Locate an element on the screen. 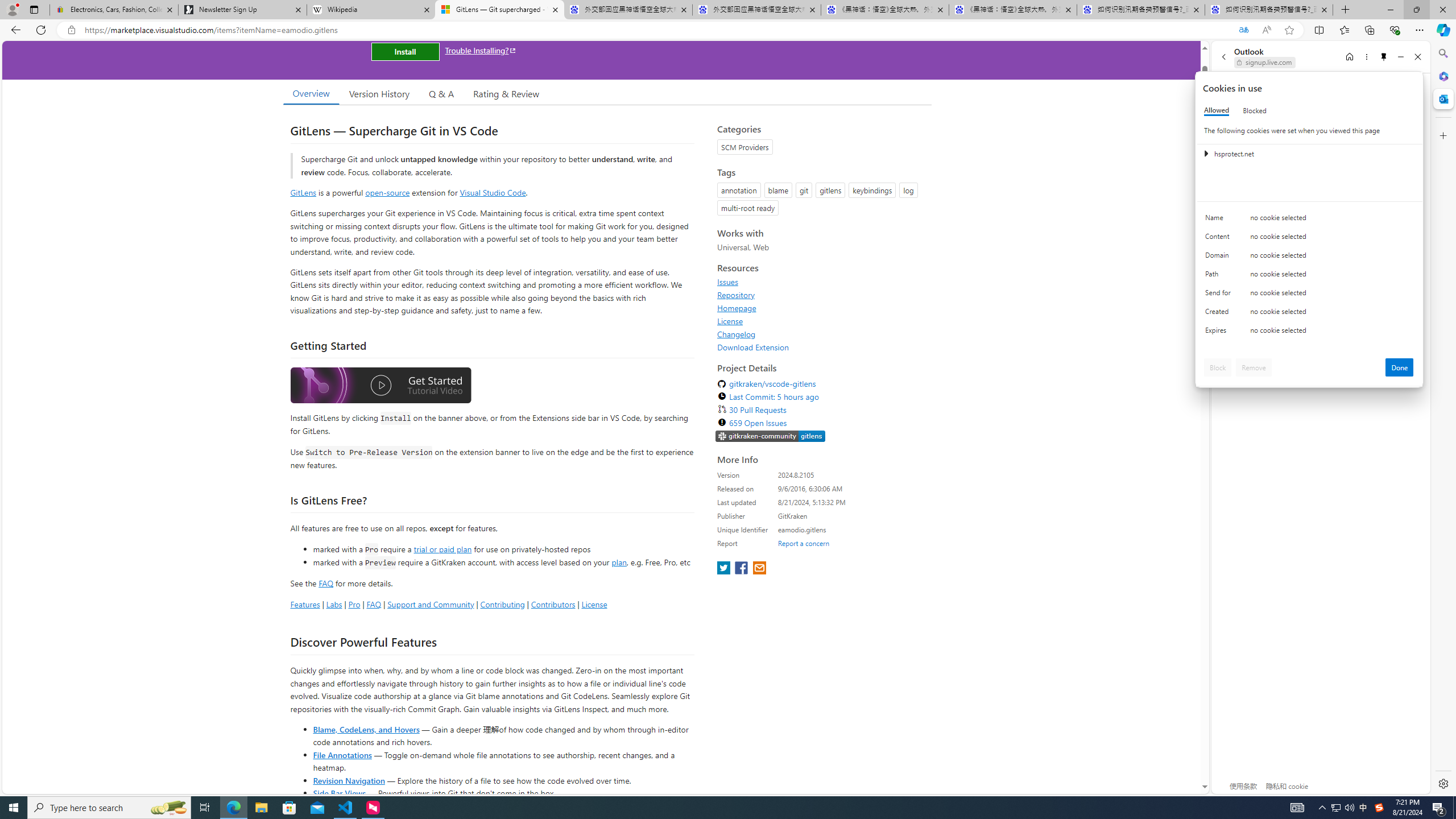 Image resolution: width=1456 pixels, height=819 pixels. 'Content' is located at coordinates (1219, 239).